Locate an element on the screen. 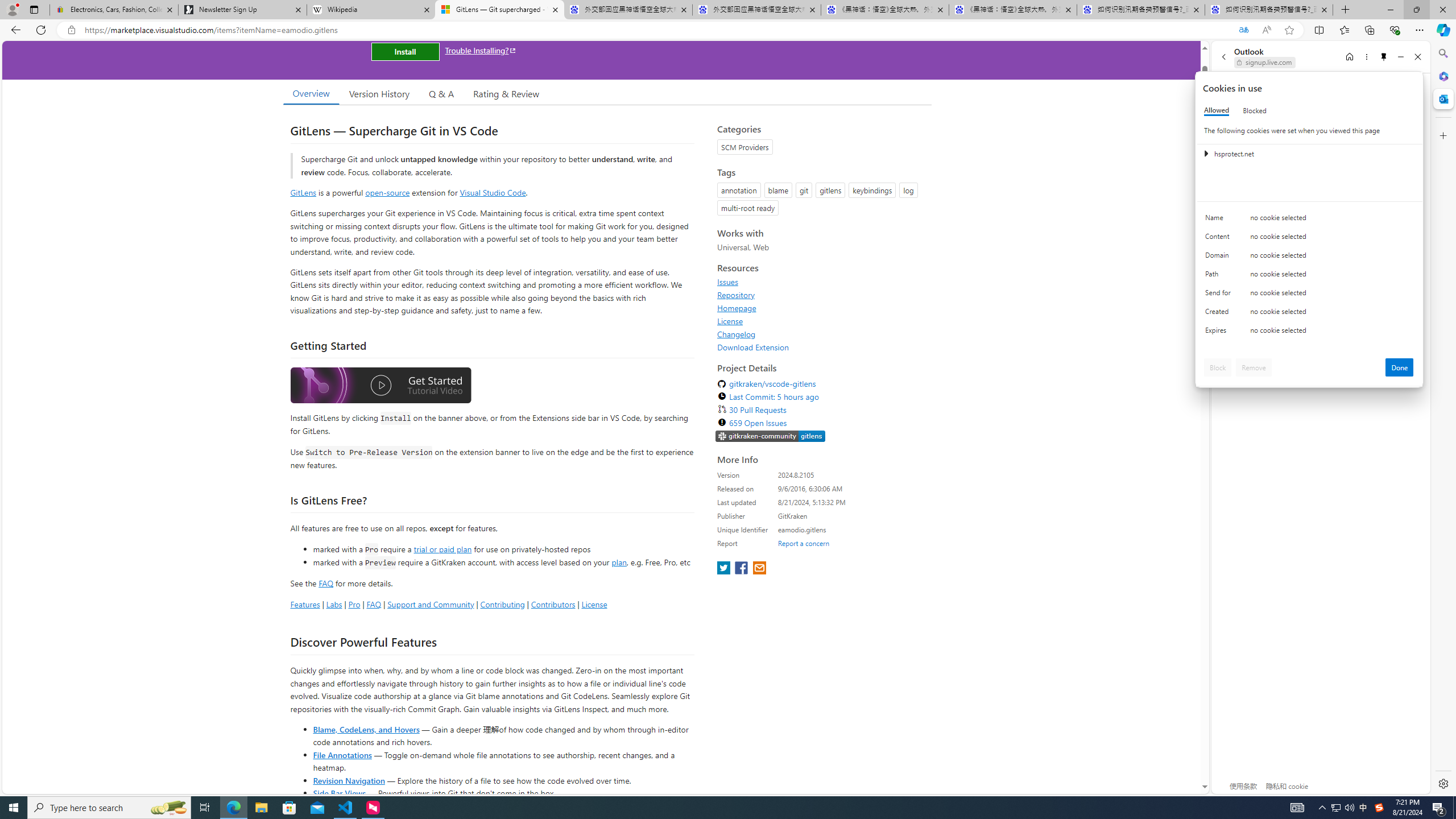 Image resolution: width=1456 pixels, height=819 pixels. 'Content' is located at coordinates (1219, 239).